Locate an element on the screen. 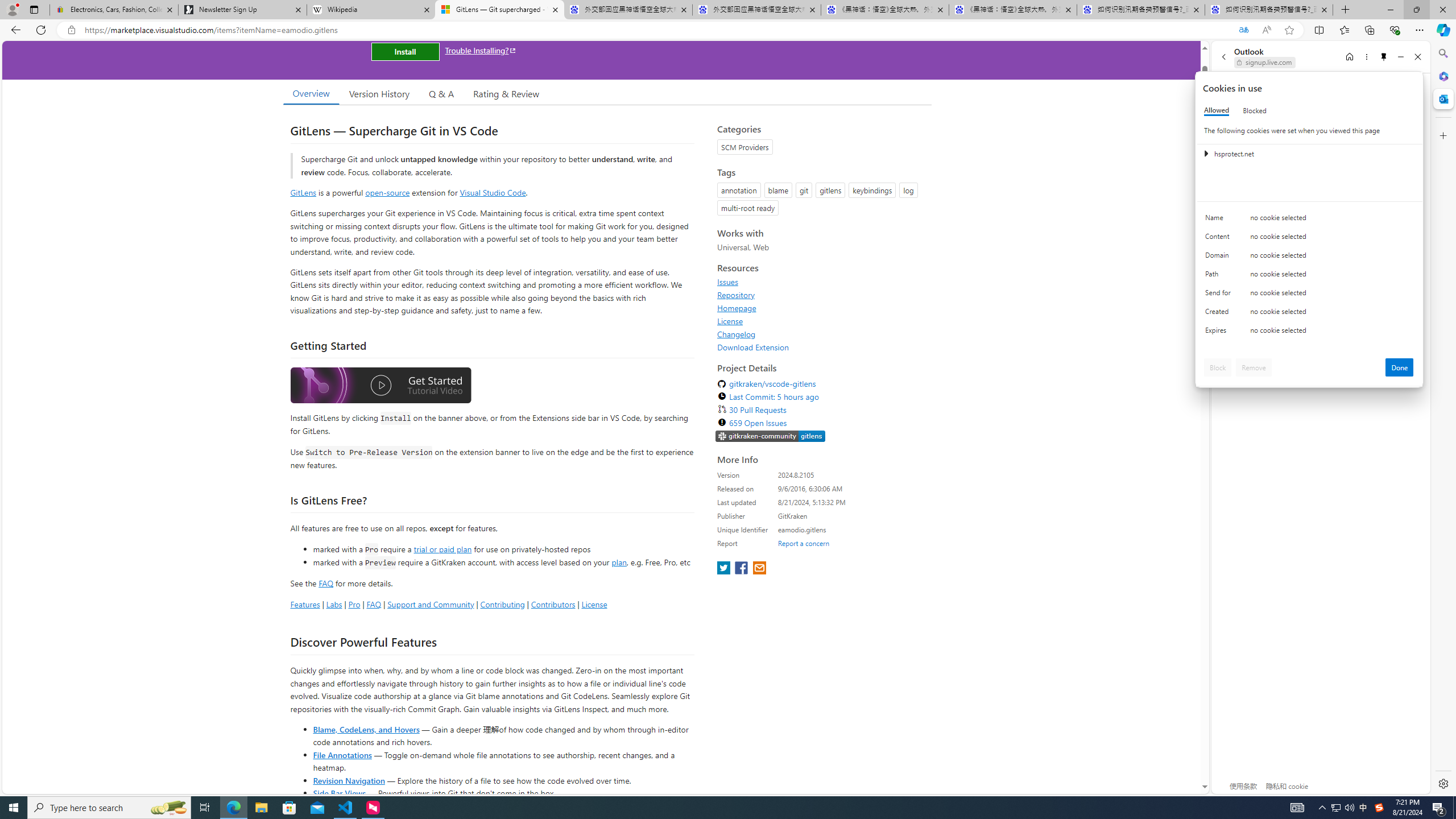 Image resolution: width=1456 pixels, height=819 pixels. 'Content' is located at coordinates (1219, 239).